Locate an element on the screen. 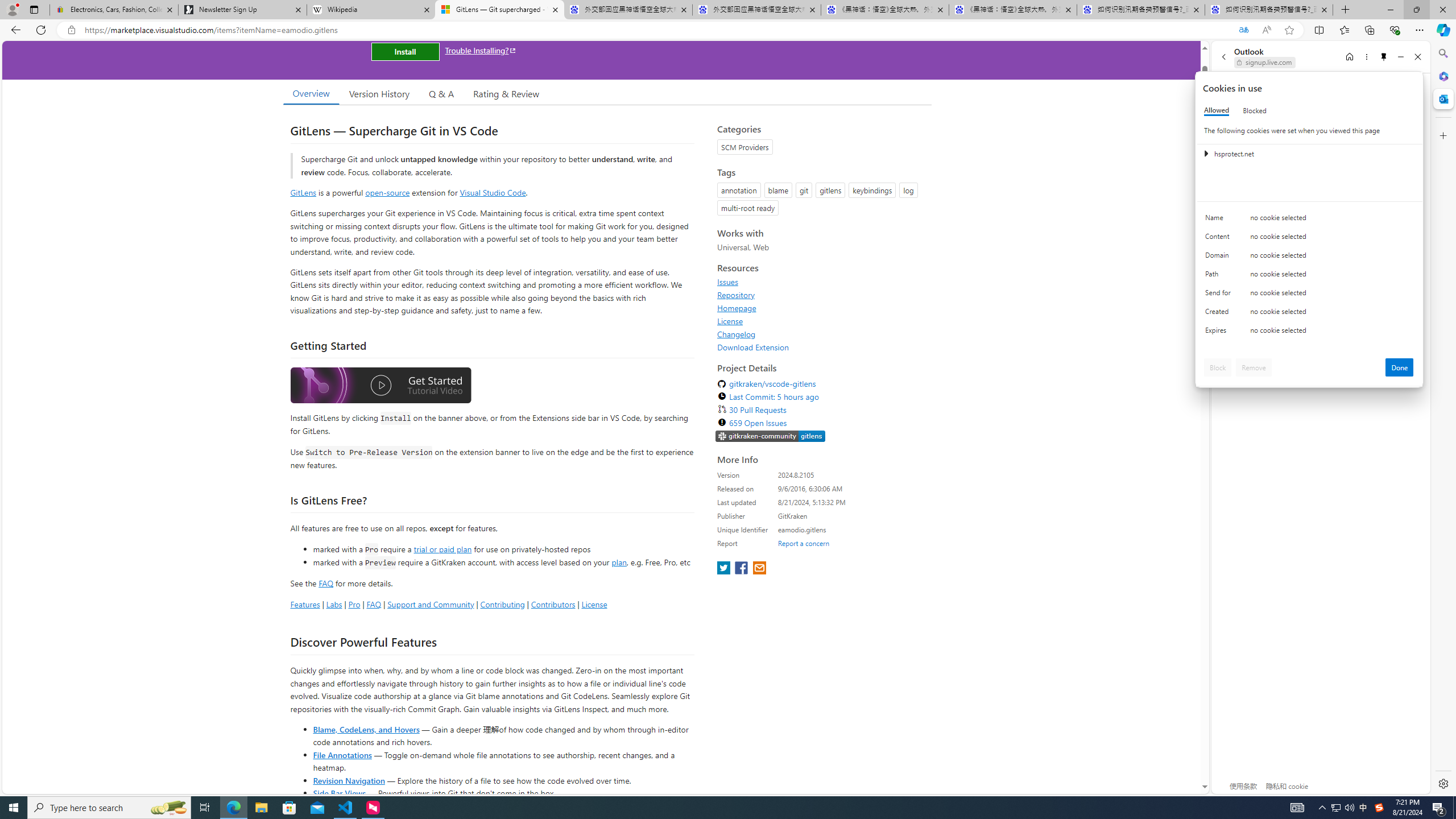 Image resolution: width=1456 pixels, height=819 pixels. 'Content' is located at coordinates (1219, 239).